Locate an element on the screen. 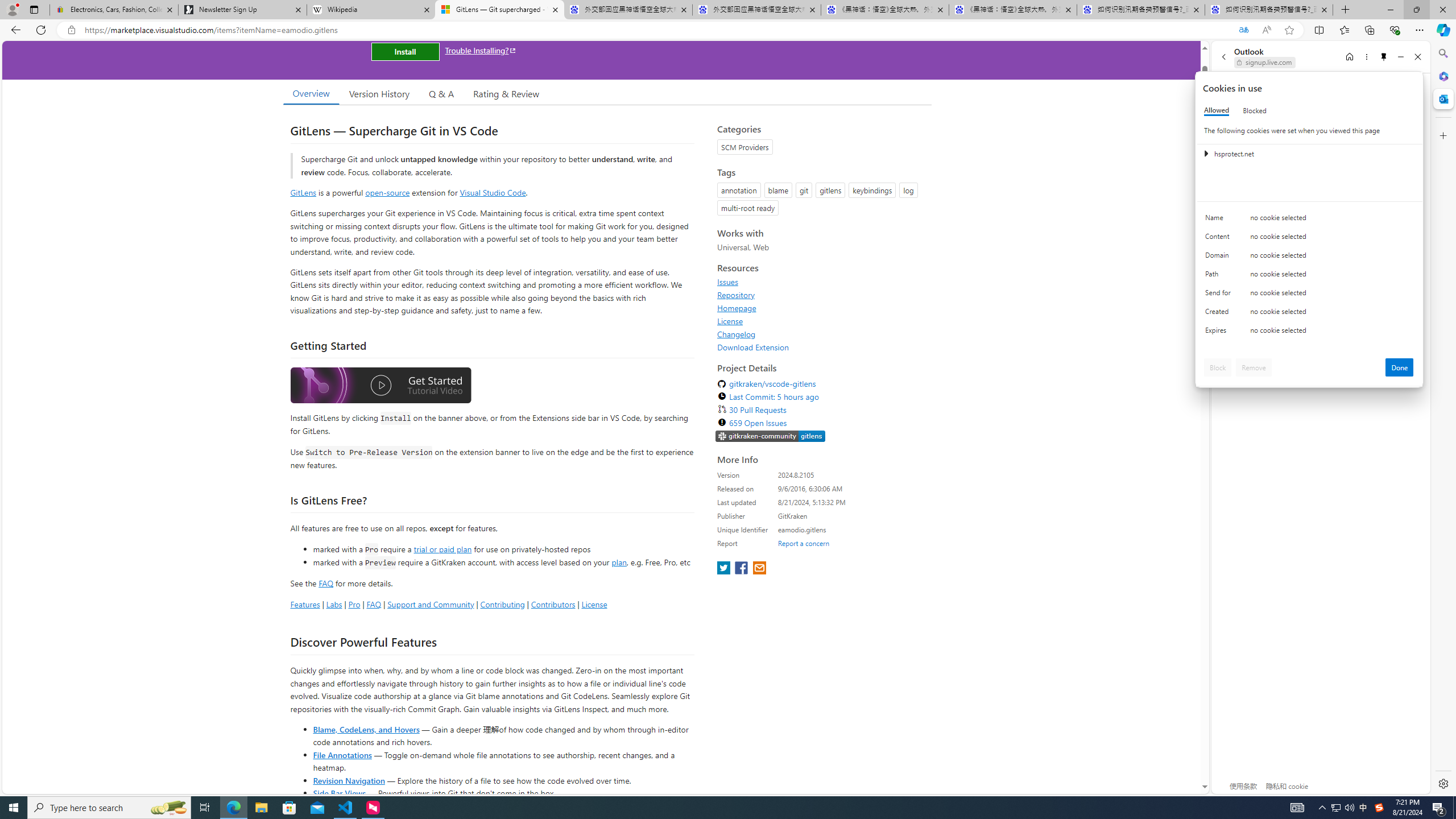 Image resolution: width=1456 pixels, height=819 pixels. 'Content' is located at coordinates (1219, 239).